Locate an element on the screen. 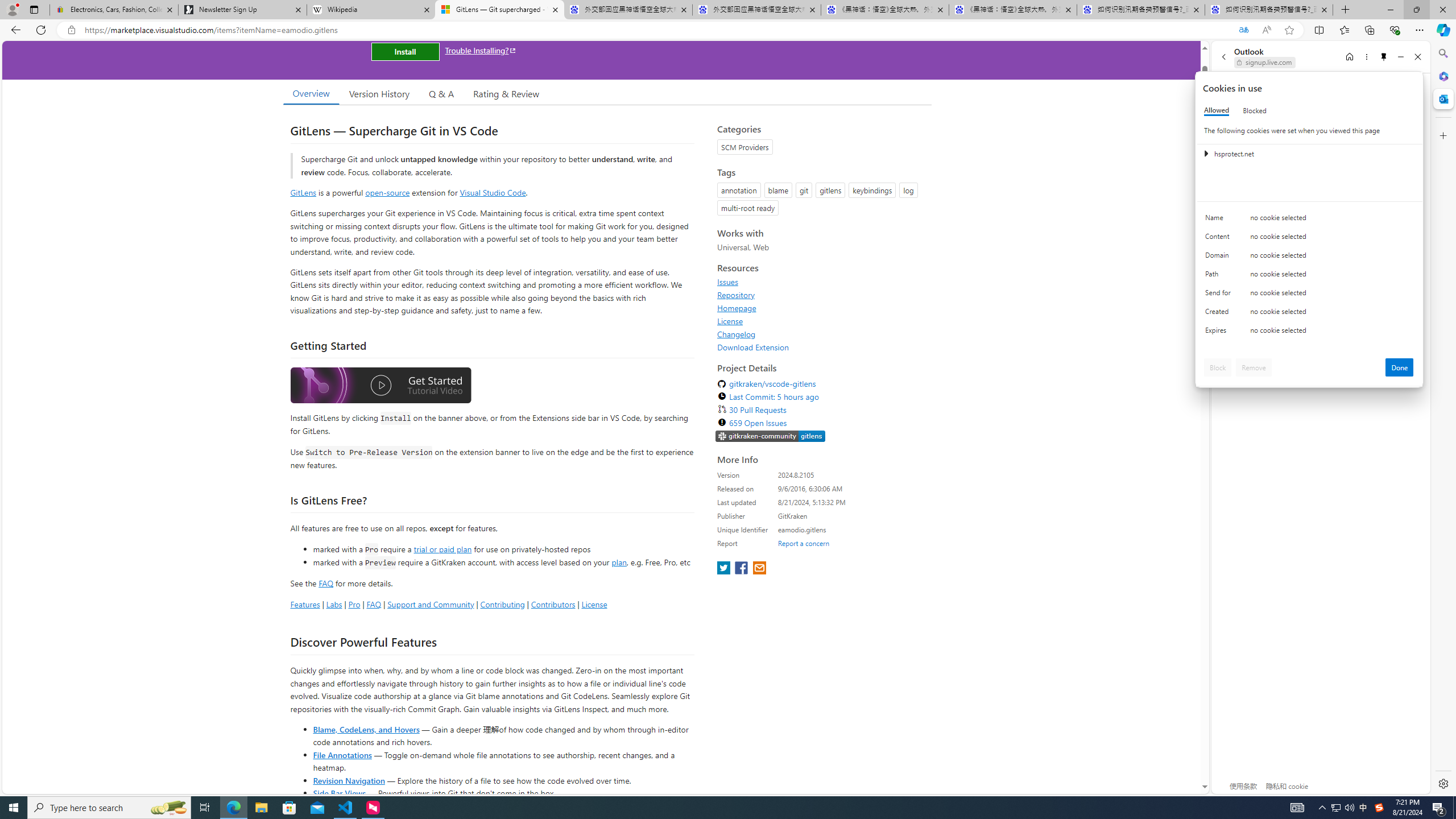 Image resolution: width=1456 pixels, height=819 pixels. 'Content' is located at coordinates (1219, 239).